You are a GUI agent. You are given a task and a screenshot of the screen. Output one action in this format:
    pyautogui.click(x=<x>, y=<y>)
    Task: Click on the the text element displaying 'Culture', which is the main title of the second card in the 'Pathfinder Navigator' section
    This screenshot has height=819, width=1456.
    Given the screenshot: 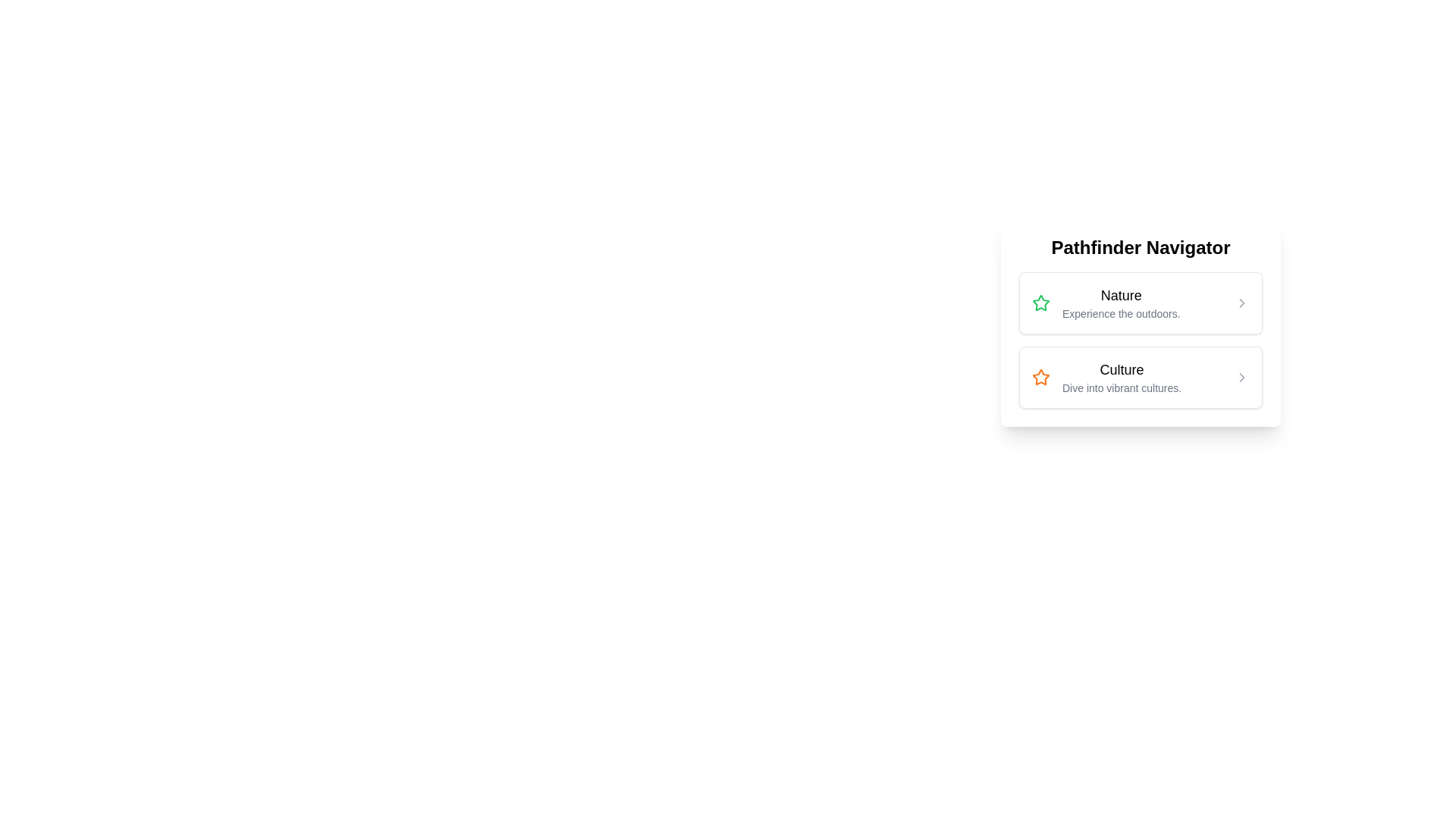 What is the action you would take?
    pyautogui.click(x=1122, y=370)
    